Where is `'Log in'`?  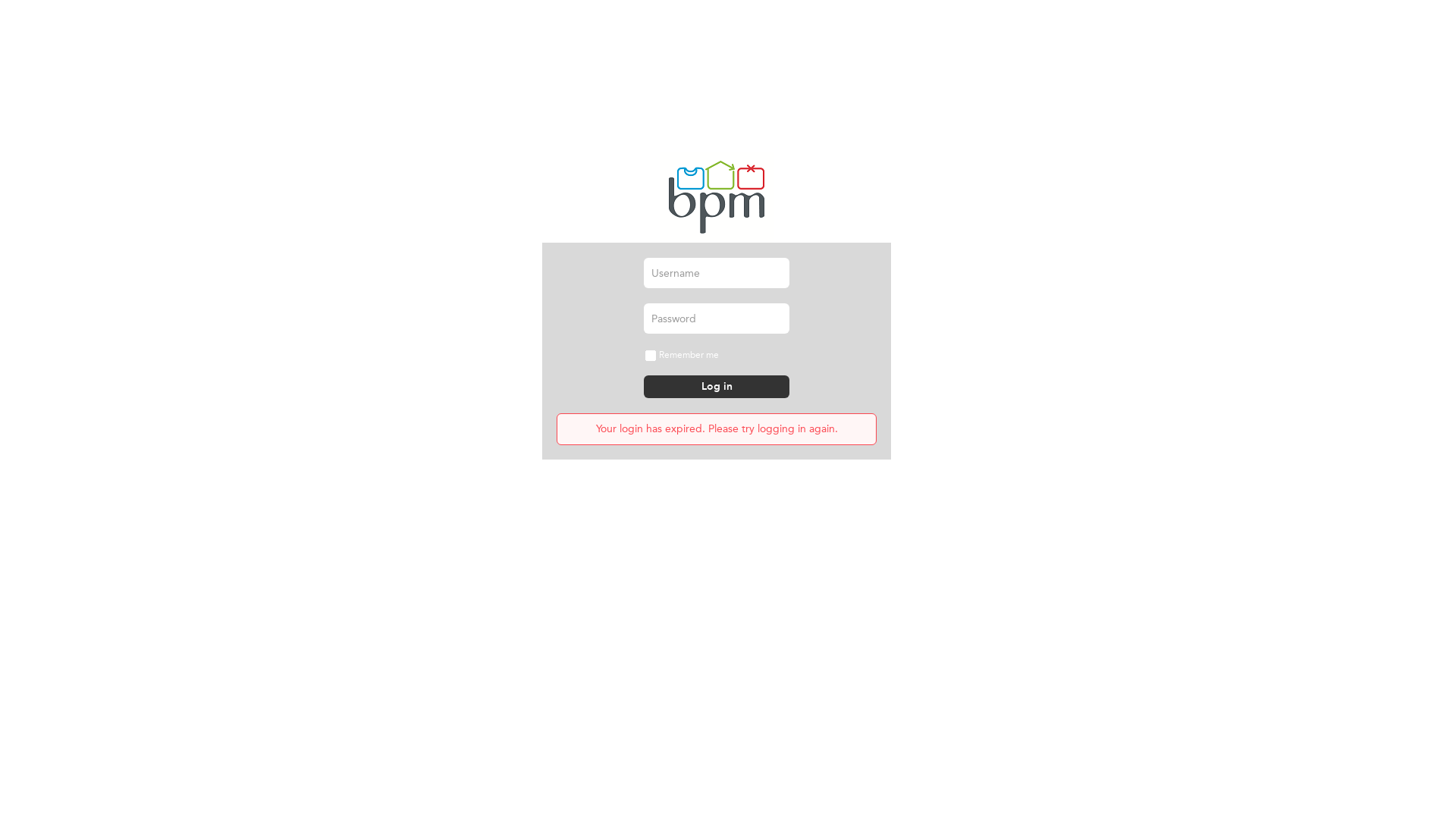 'Log in' is located at coordinates (716, 385).